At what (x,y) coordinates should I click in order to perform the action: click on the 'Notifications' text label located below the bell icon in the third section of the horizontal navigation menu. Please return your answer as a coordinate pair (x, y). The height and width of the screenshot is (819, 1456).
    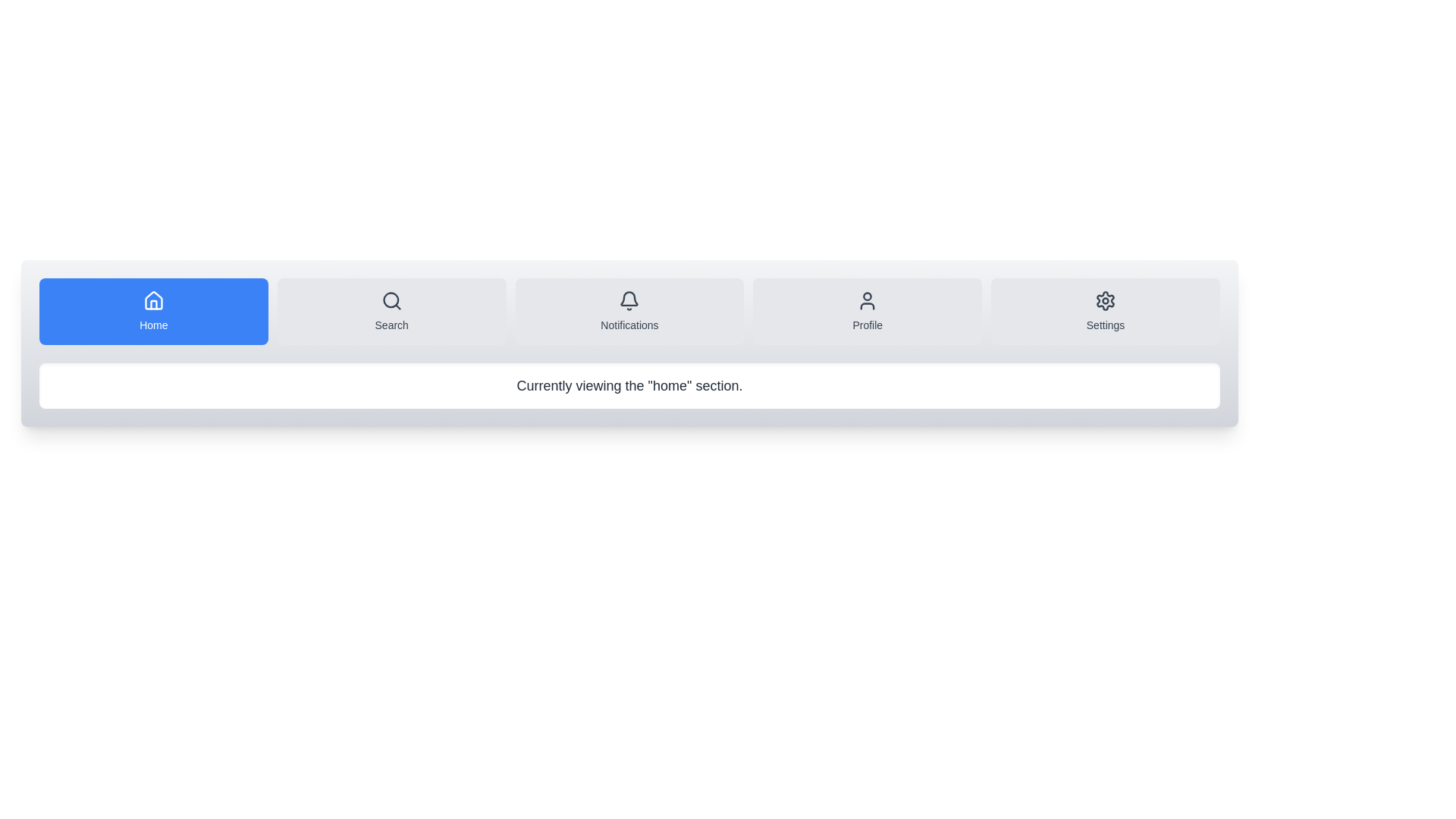
    Looking at the image, I should click on (629, 324).